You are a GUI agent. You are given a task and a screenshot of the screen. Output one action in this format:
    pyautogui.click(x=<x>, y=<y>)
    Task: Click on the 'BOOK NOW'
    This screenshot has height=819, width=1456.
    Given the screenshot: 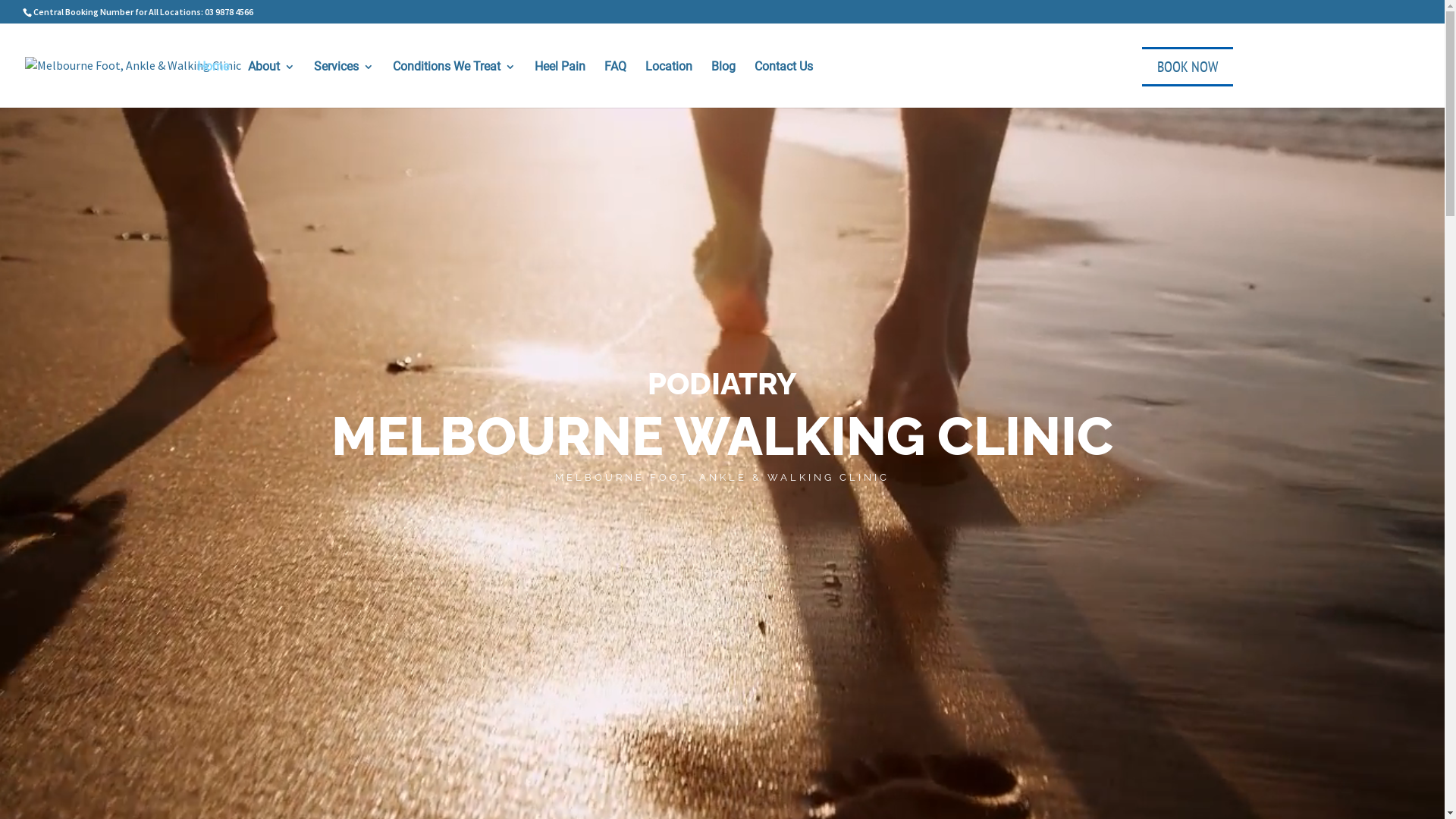 What is the action you would take?
    pyautogui.click(x=1142, y=66)
    